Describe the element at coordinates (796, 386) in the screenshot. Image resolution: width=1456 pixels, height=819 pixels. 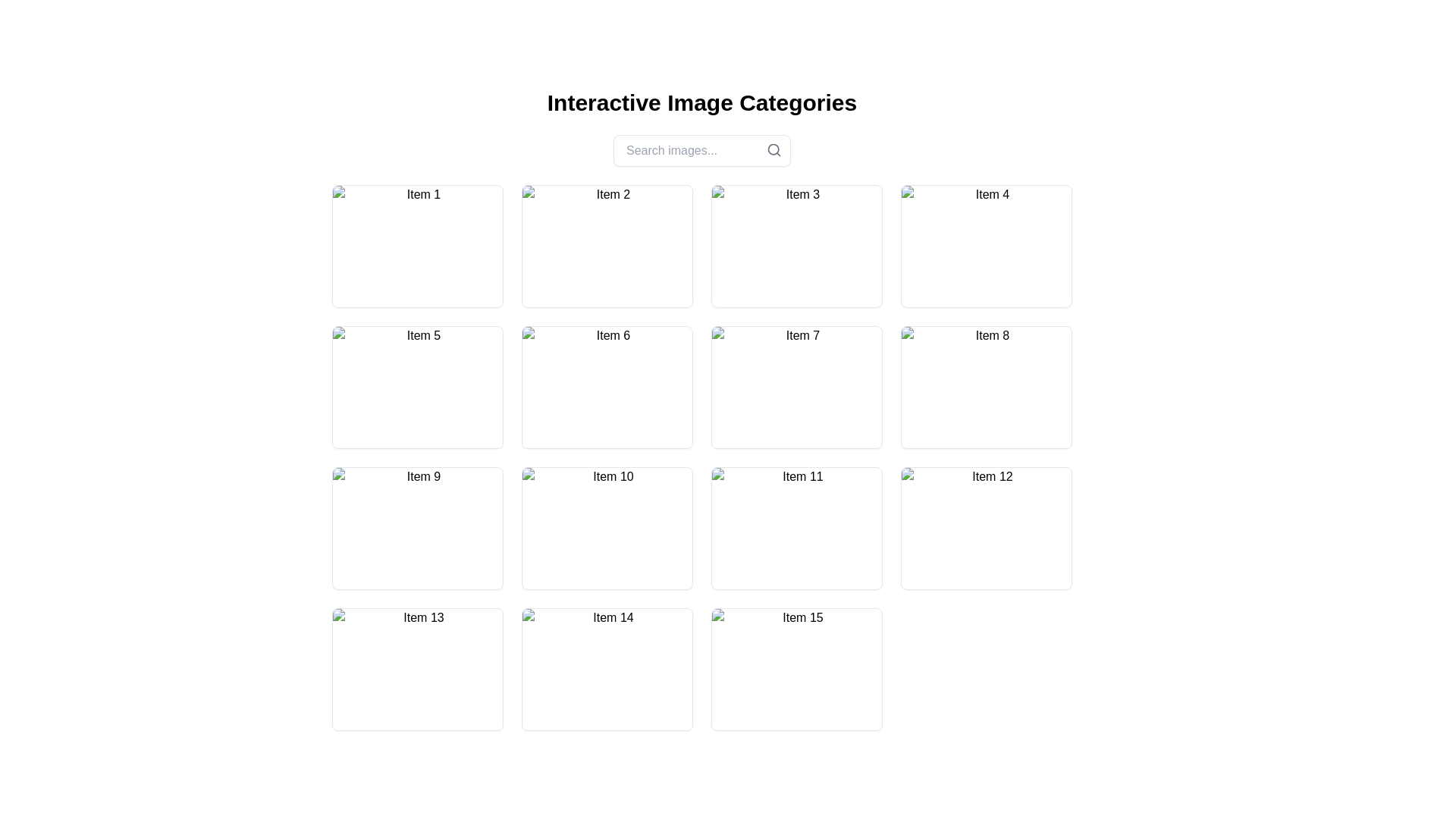
I see `the item card located in the second row, third column of a 4-column grid layout to interact with it` at that location.